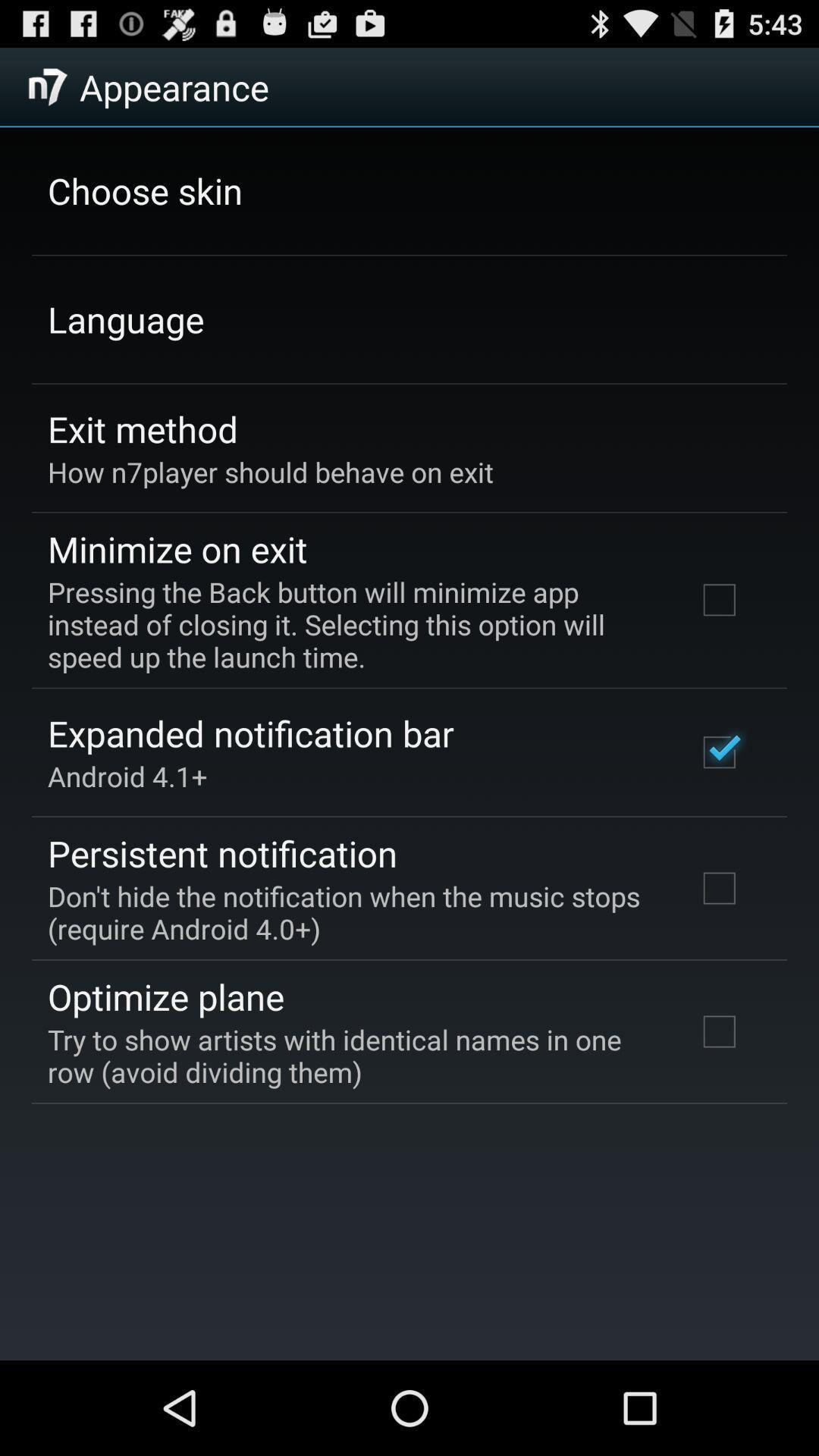 Image resolution: width=819 pixels, height=1456 pixels. What do you see at coordinates (222, 853) in the screenshot?
I see `the persistent notification` at bounding box center [222, 853].